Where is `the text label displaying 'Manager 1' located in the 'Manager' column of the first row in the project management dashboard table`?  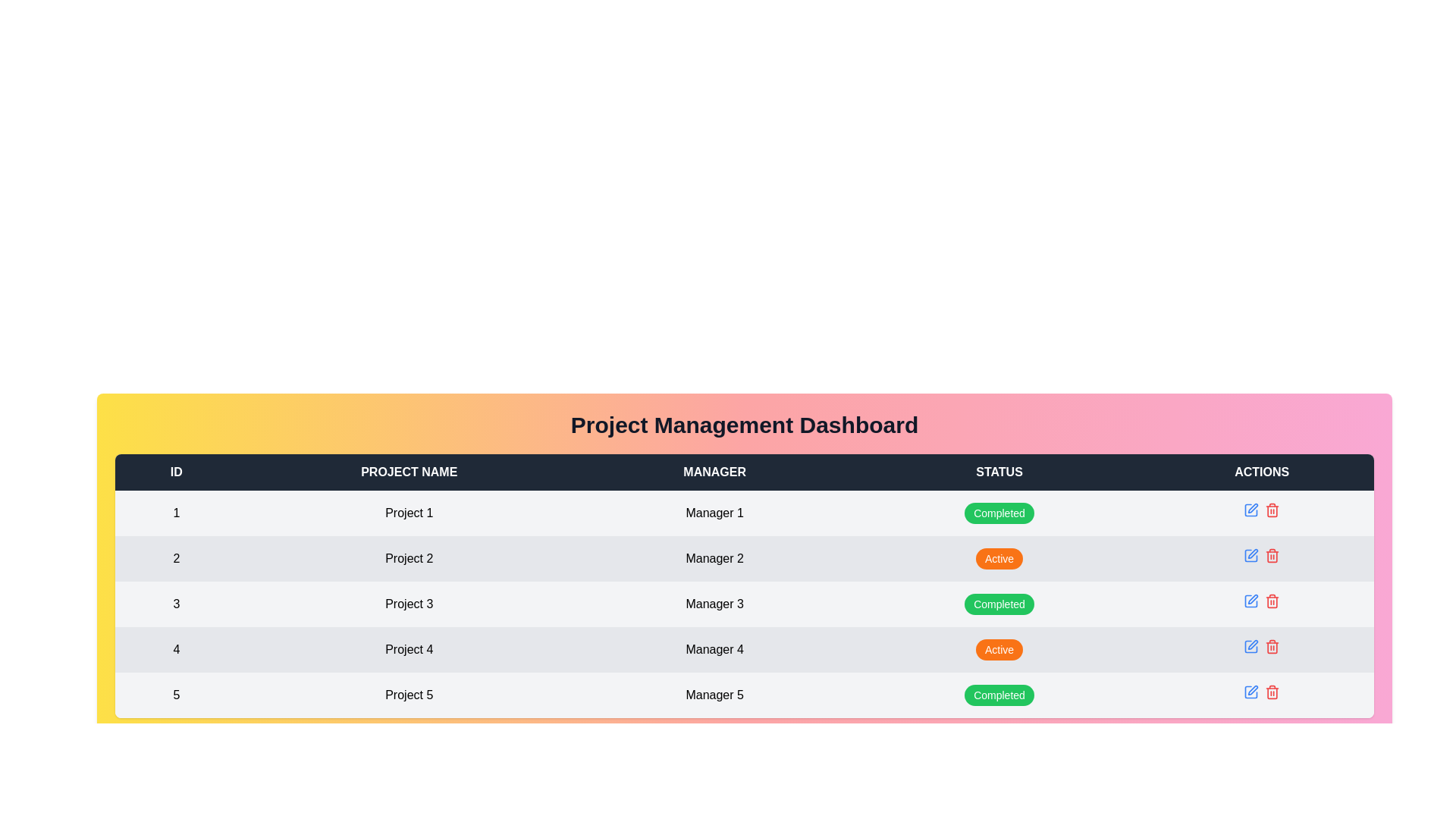 the text label displaying 'Manager 1' located in the 'Manager' column of the first row in the project management dashboard table is located at coordinates (714, 513).